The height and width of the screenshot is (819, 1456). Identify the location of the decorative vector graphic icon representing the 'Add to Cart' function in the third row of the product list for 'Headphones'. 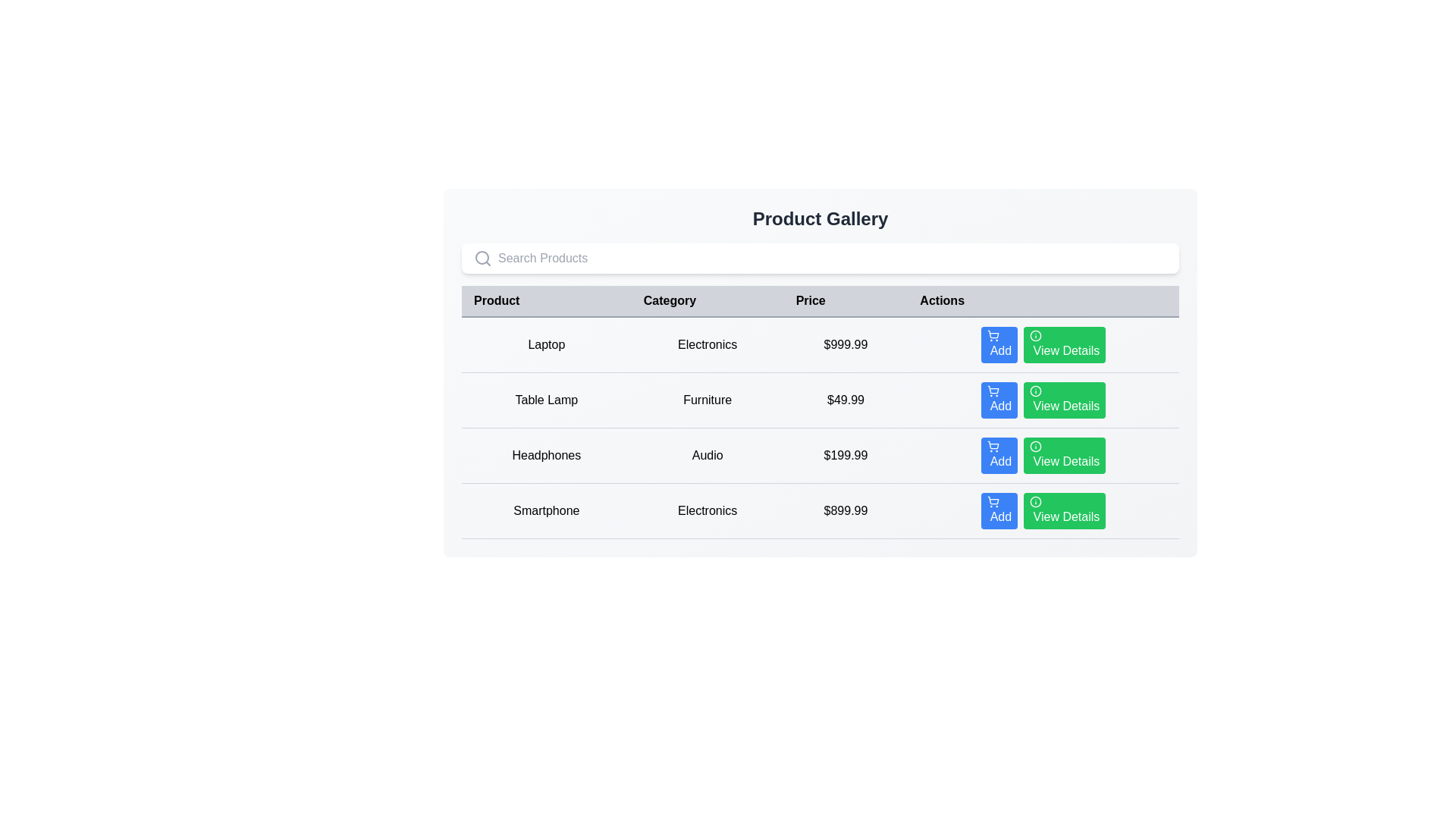
(993, 444).